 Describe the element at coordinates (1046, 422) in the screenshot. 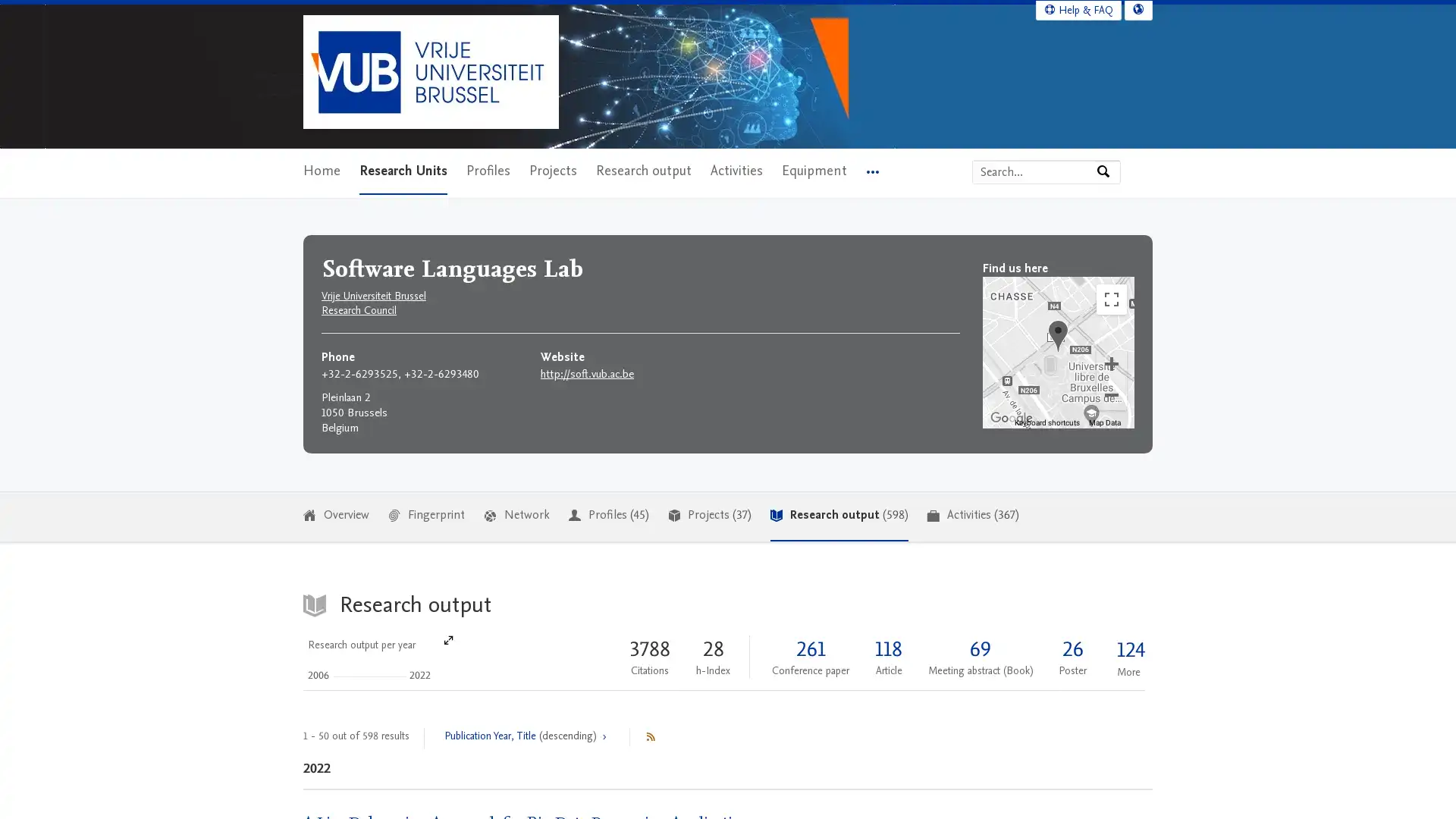

I see `Keyboard shortcuts` at that location.